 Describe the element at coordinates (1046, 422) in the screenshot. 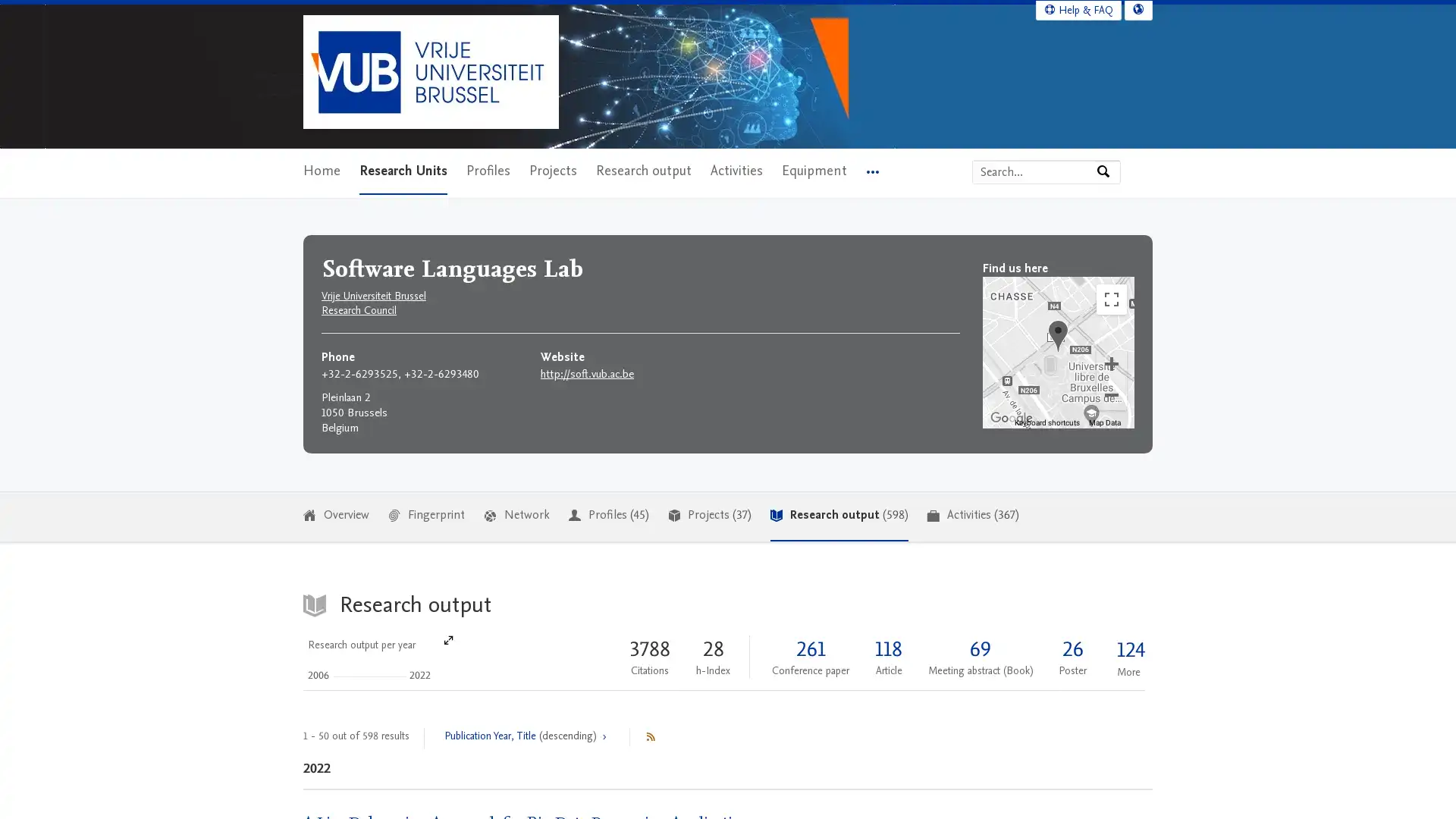

I see `Keyboard shortcuts` at that location.